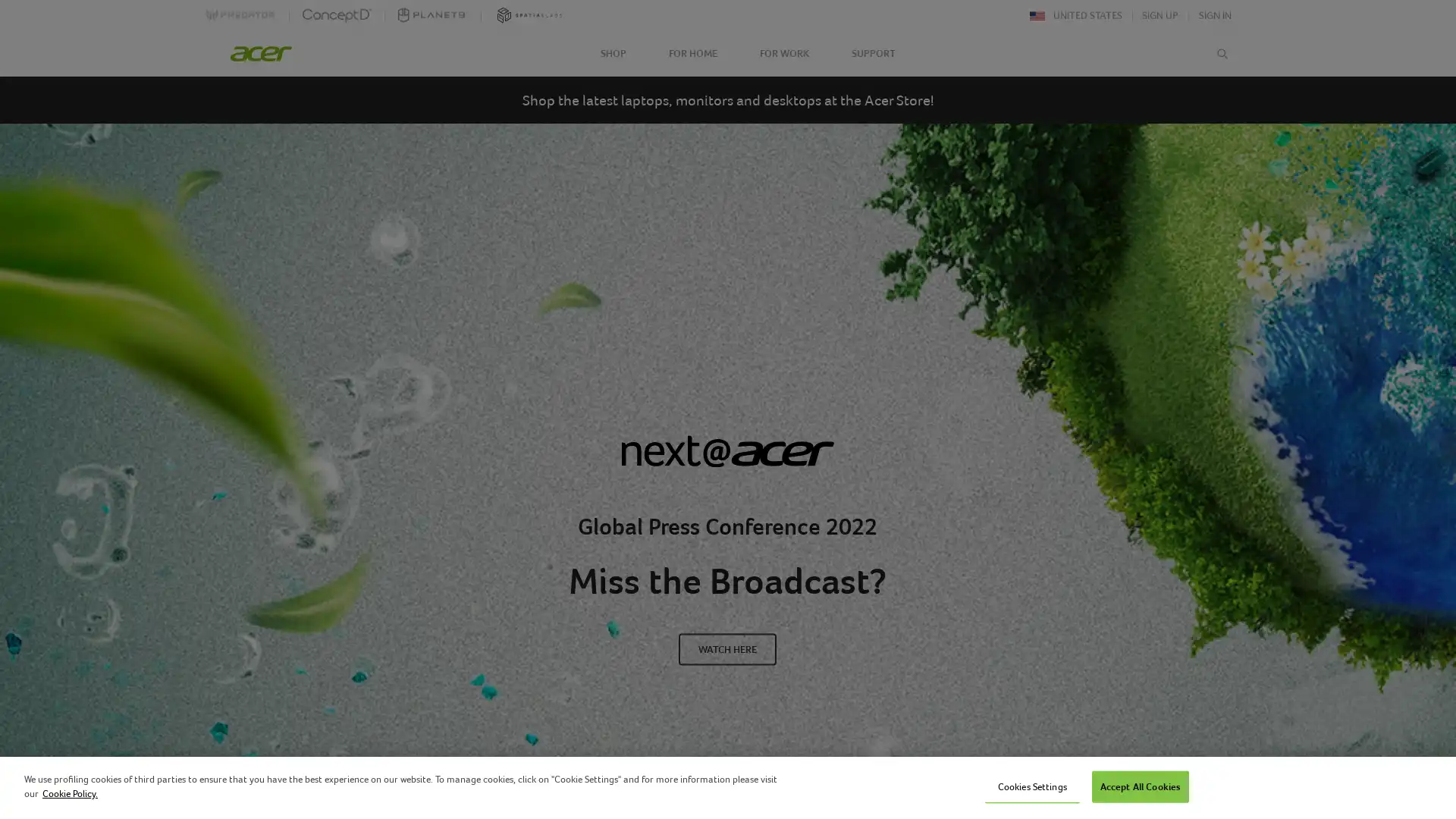 The height and width of the screenshot is (819, 1456). What do you see at coordinates (1140, 786) in the screenshot?
I see `Accept All Cookies` at bounding box center [1140, 786].